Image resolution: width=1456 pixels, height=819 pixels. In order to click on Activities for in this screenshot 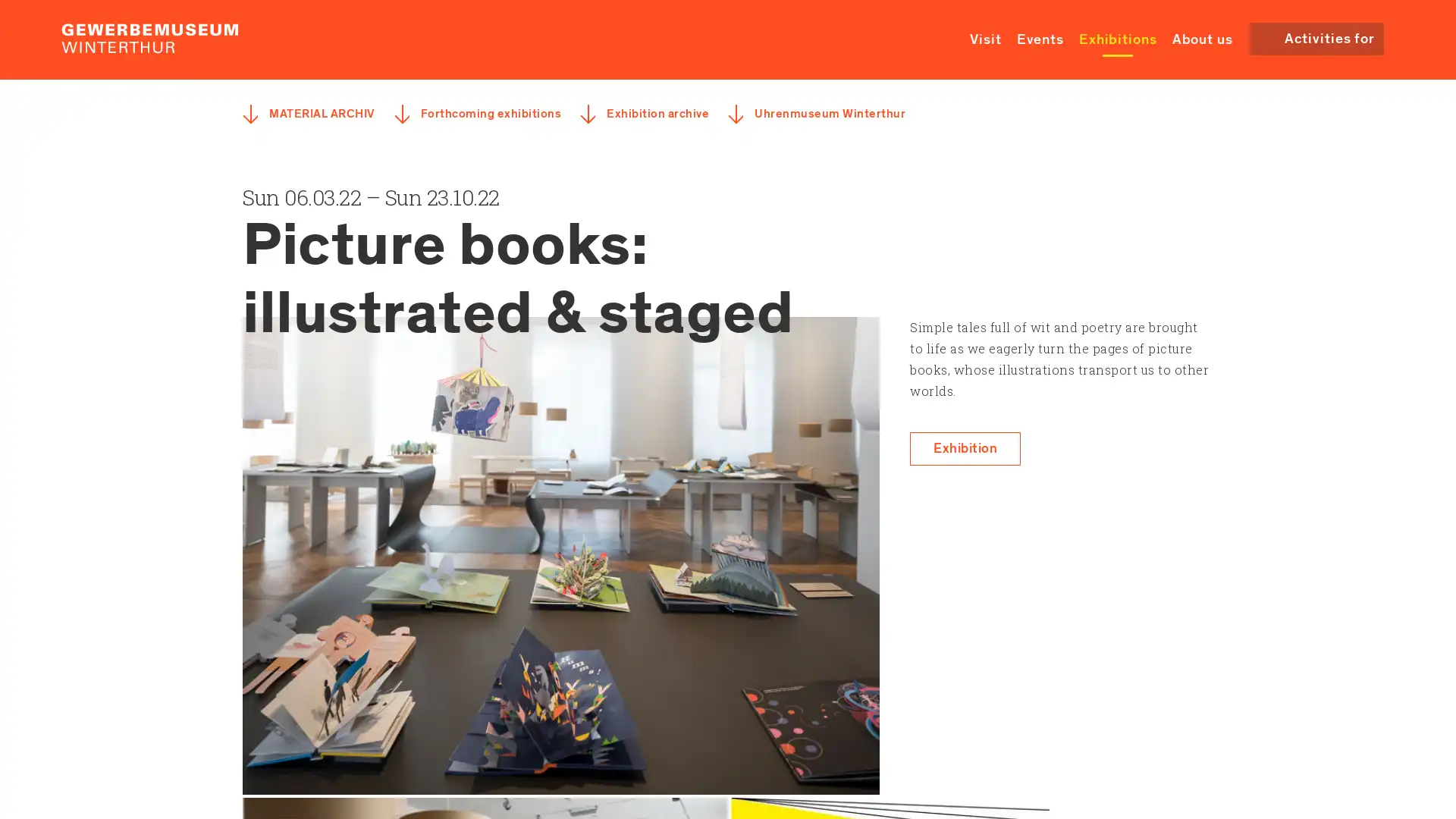, I will do `click(1316, 38)`.